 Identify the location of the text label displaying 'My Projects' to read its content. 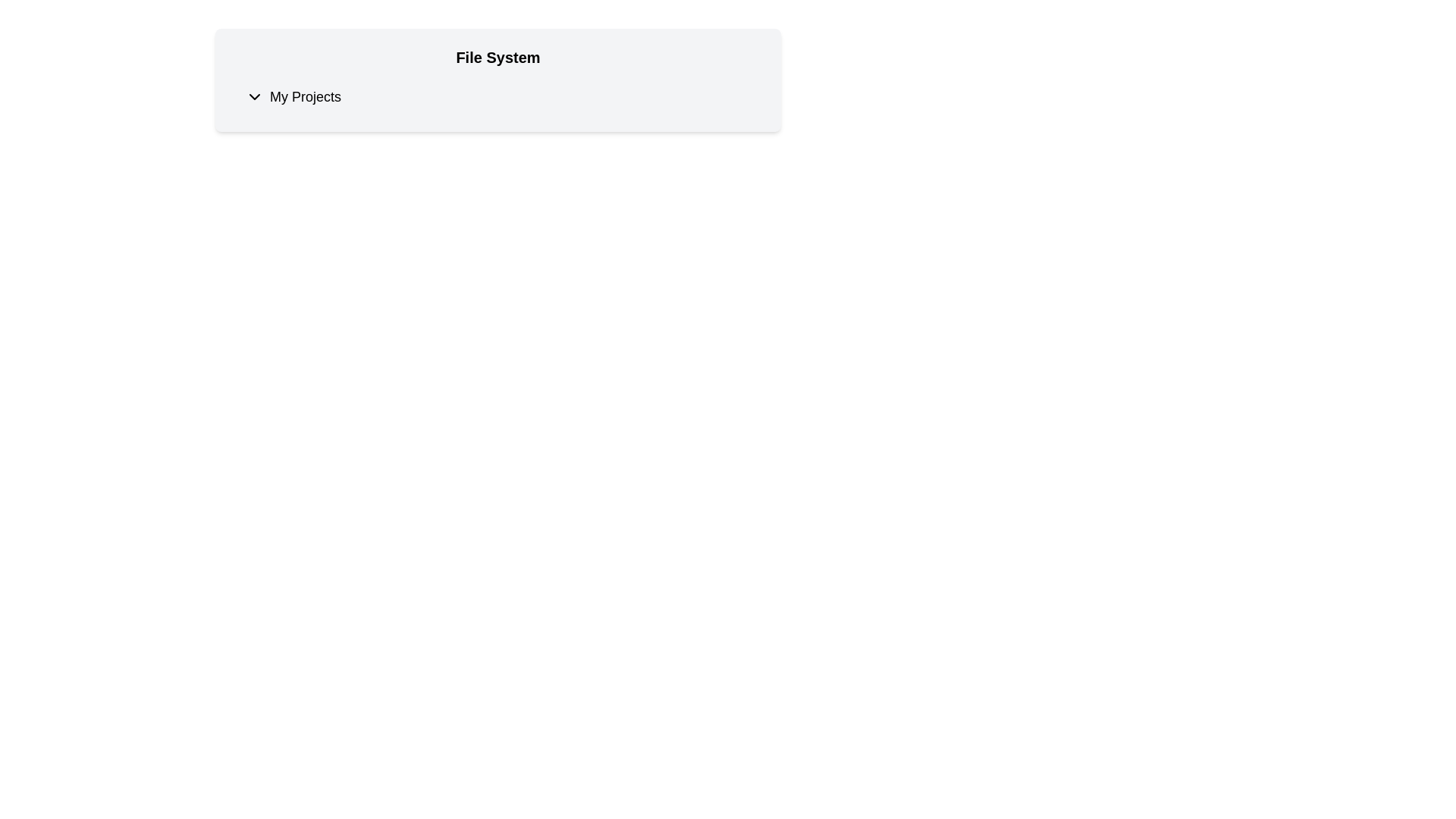
(305, 96).